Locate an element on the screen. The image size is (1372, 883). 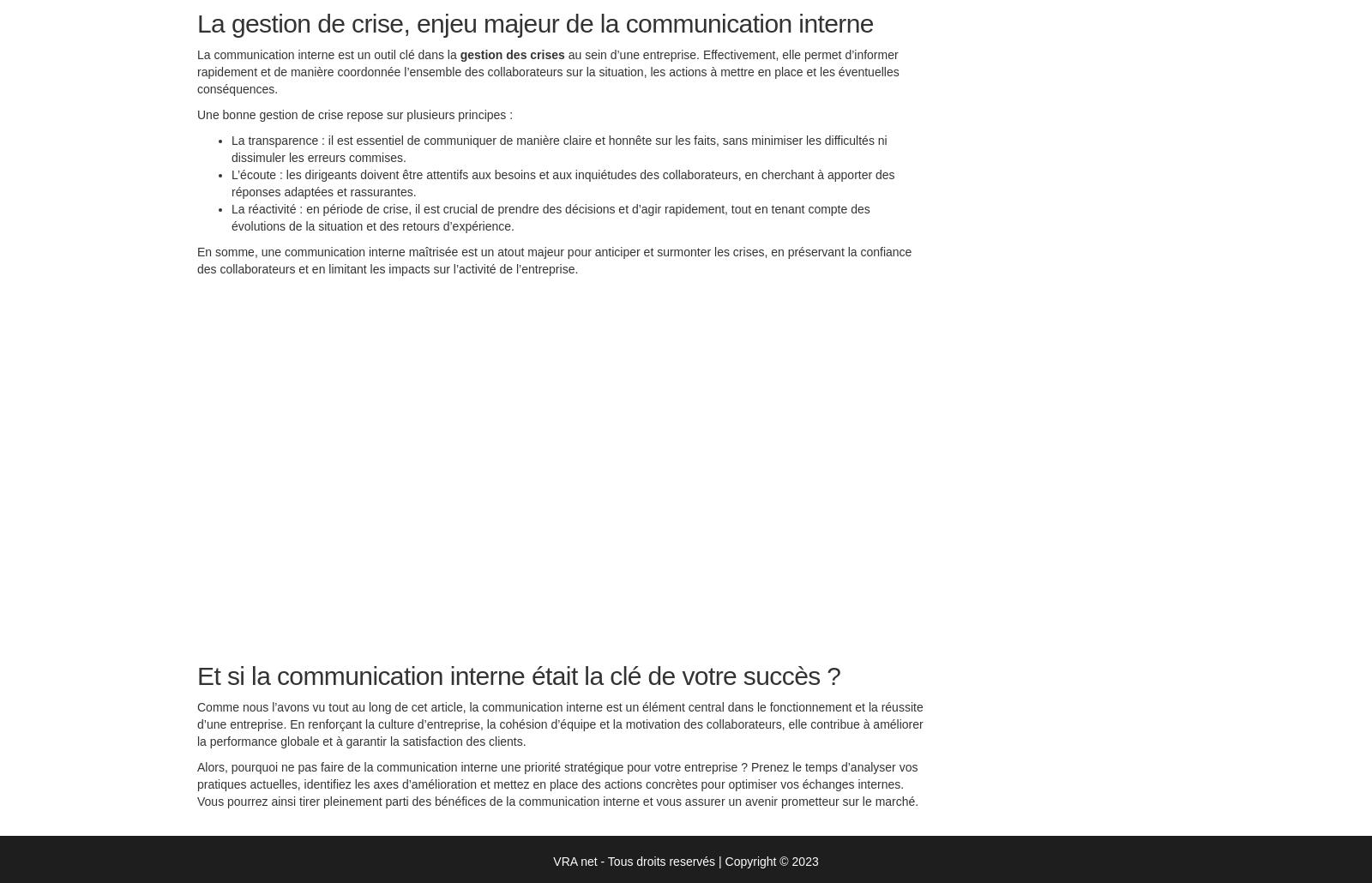
'Copyright © 2023' is located at coordinates (770, 863).